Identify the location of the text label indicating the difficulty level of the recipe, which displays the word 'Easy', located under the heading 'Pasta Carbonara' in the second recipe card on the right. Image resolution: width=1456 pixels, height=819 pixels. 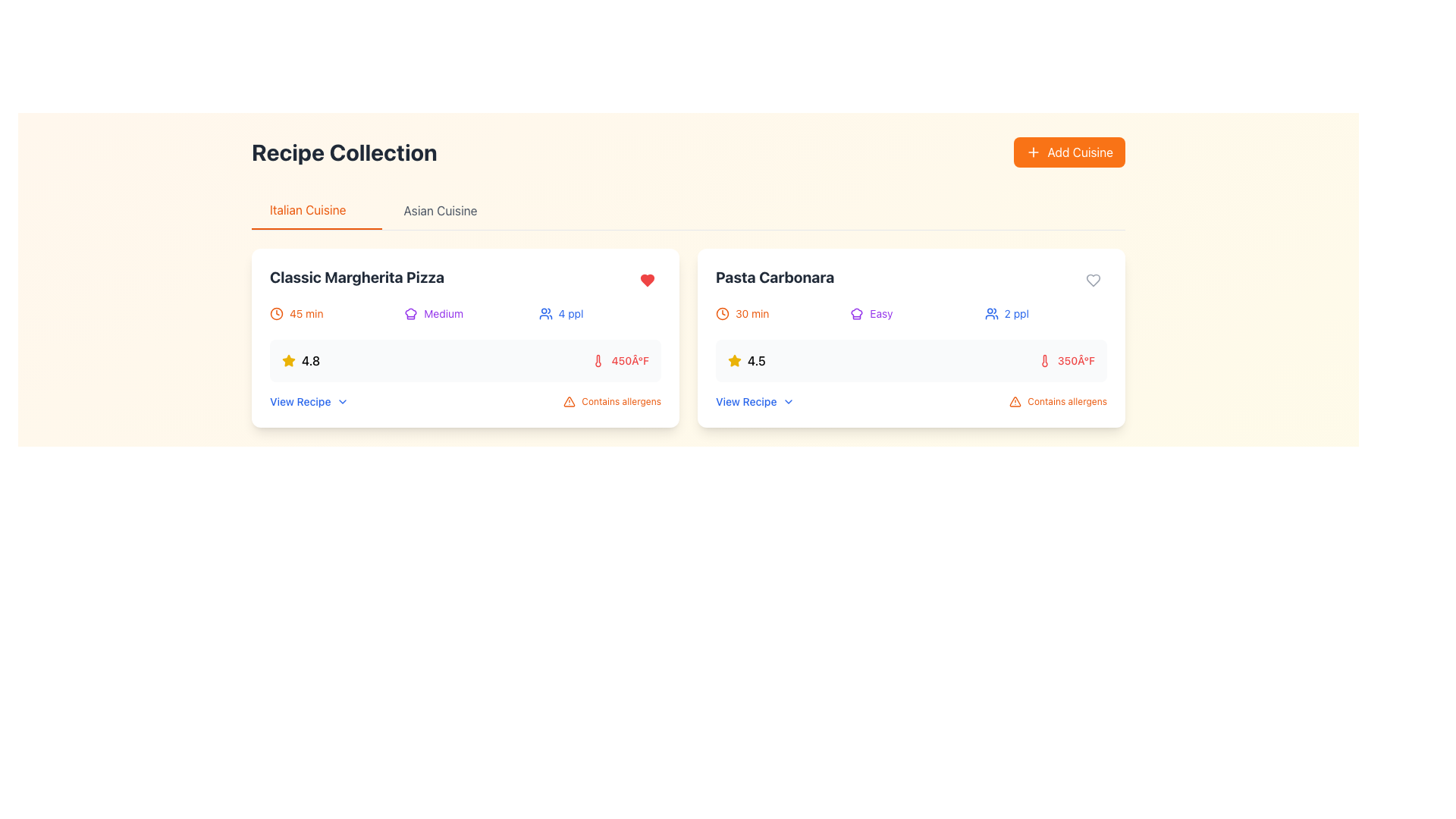
(881, 312).